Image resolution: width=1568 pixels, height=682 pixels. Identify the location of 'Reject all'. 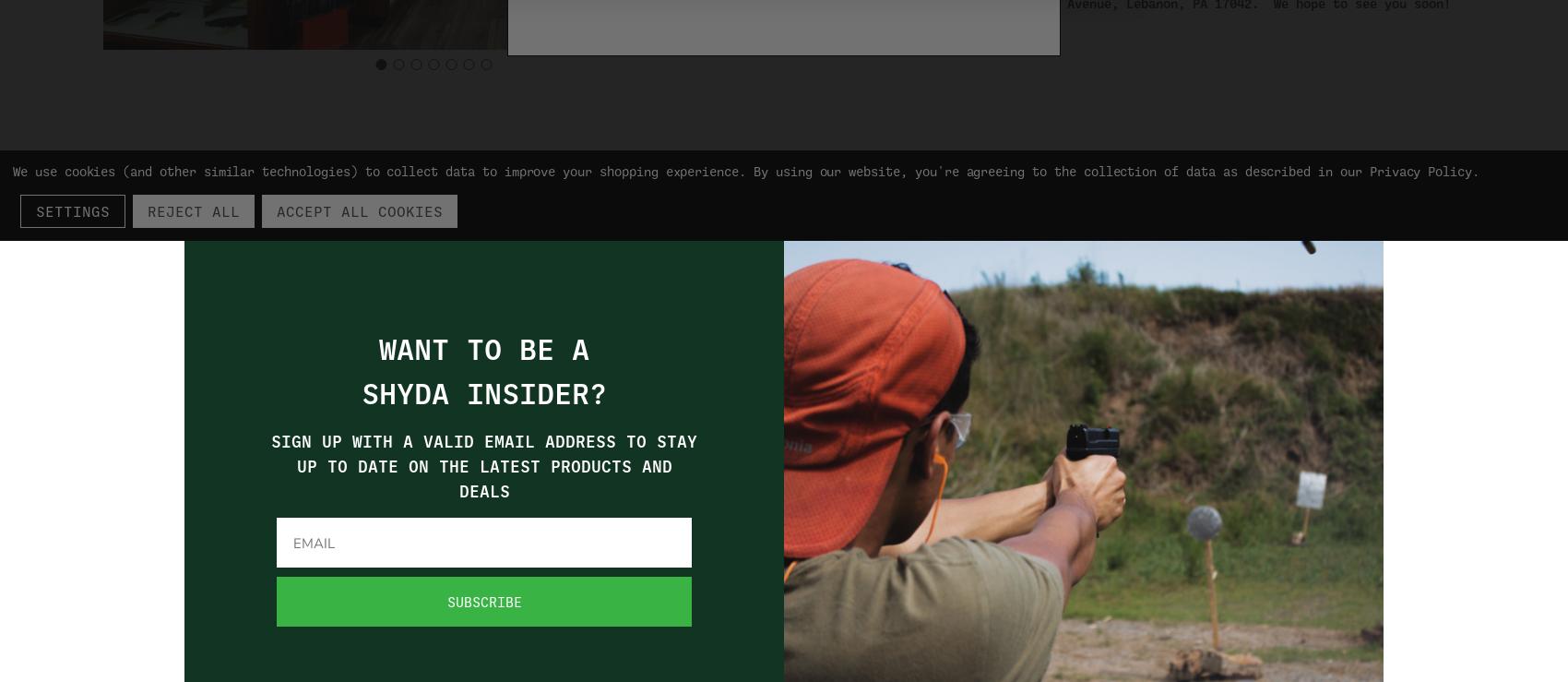
(192, 209).